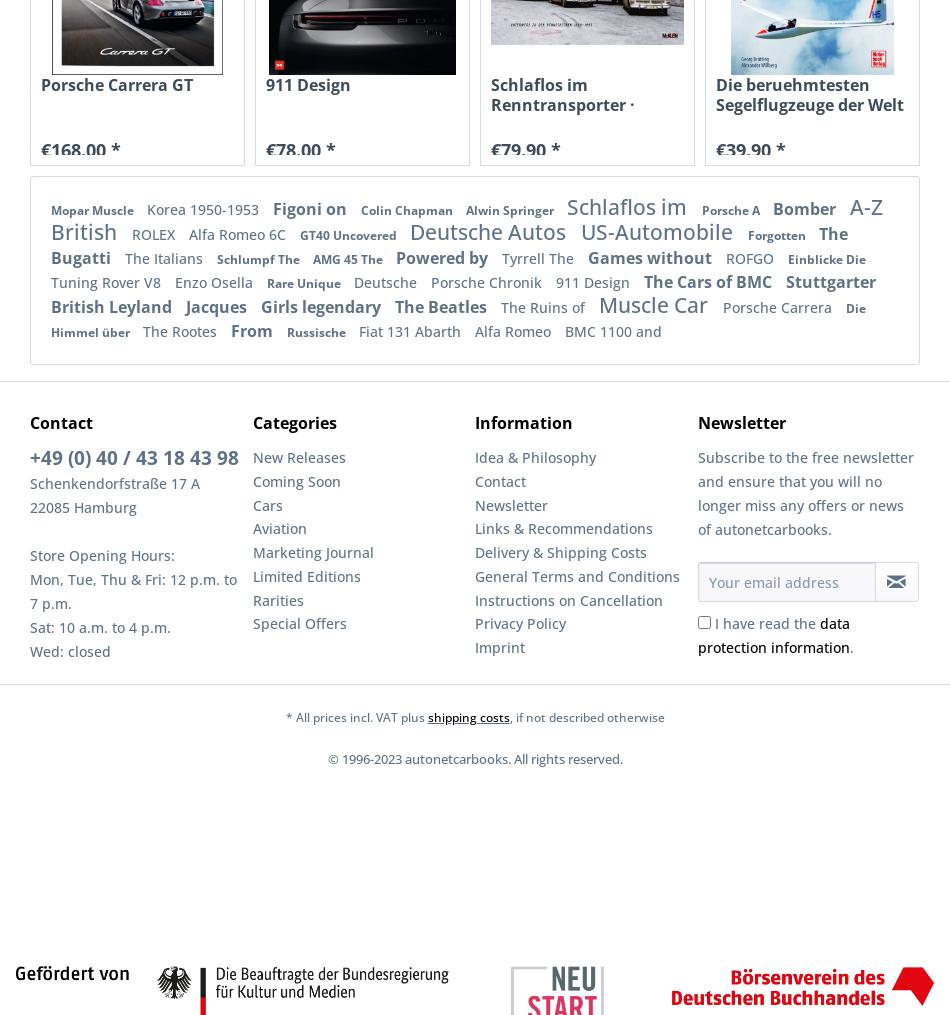  I want to click on 'Einblicke Die', so click(825, 258).